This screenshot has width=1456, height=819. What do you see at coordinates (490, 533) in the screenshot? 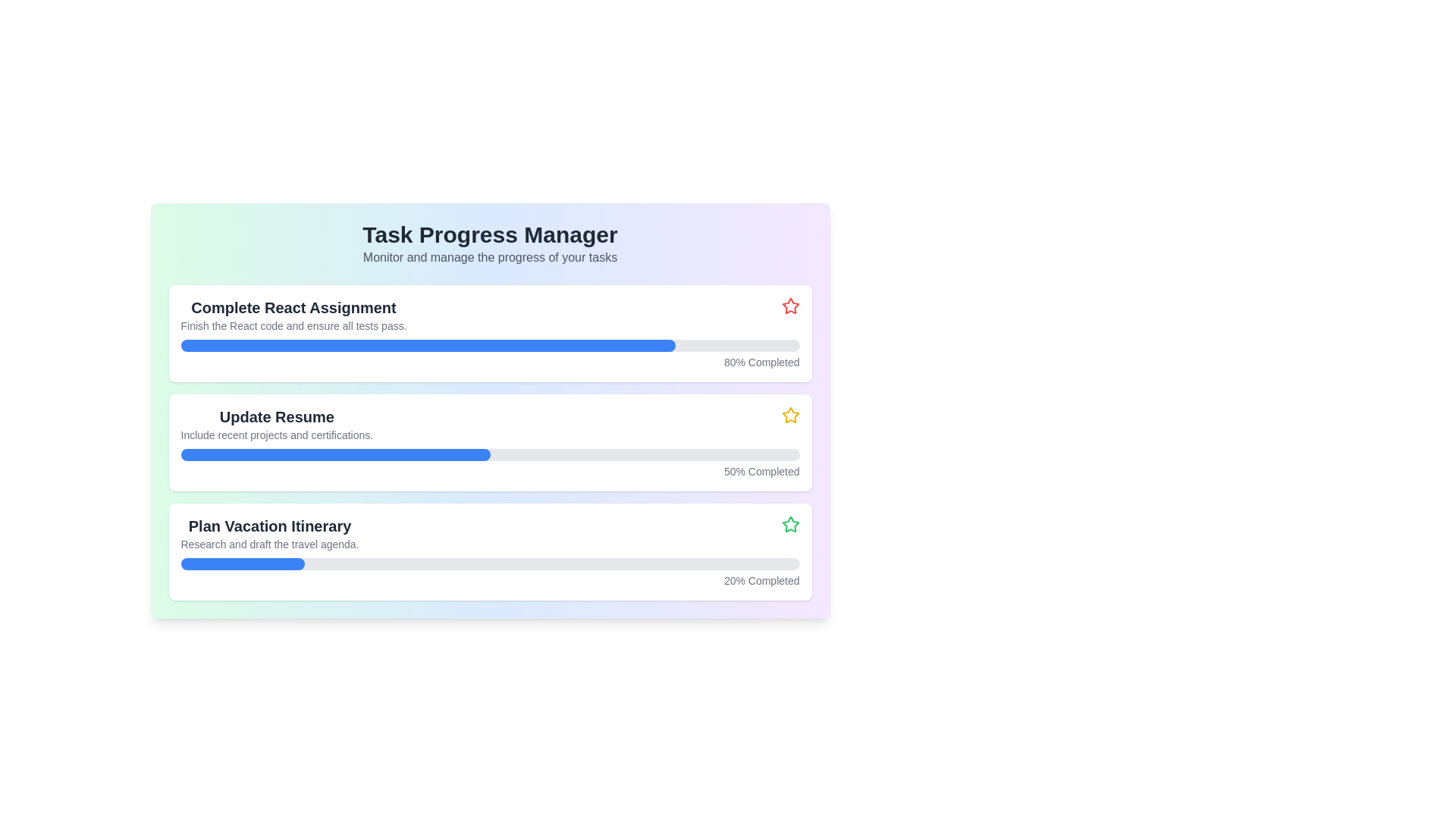
I see `the third task block` at bounding box center [490, 533].